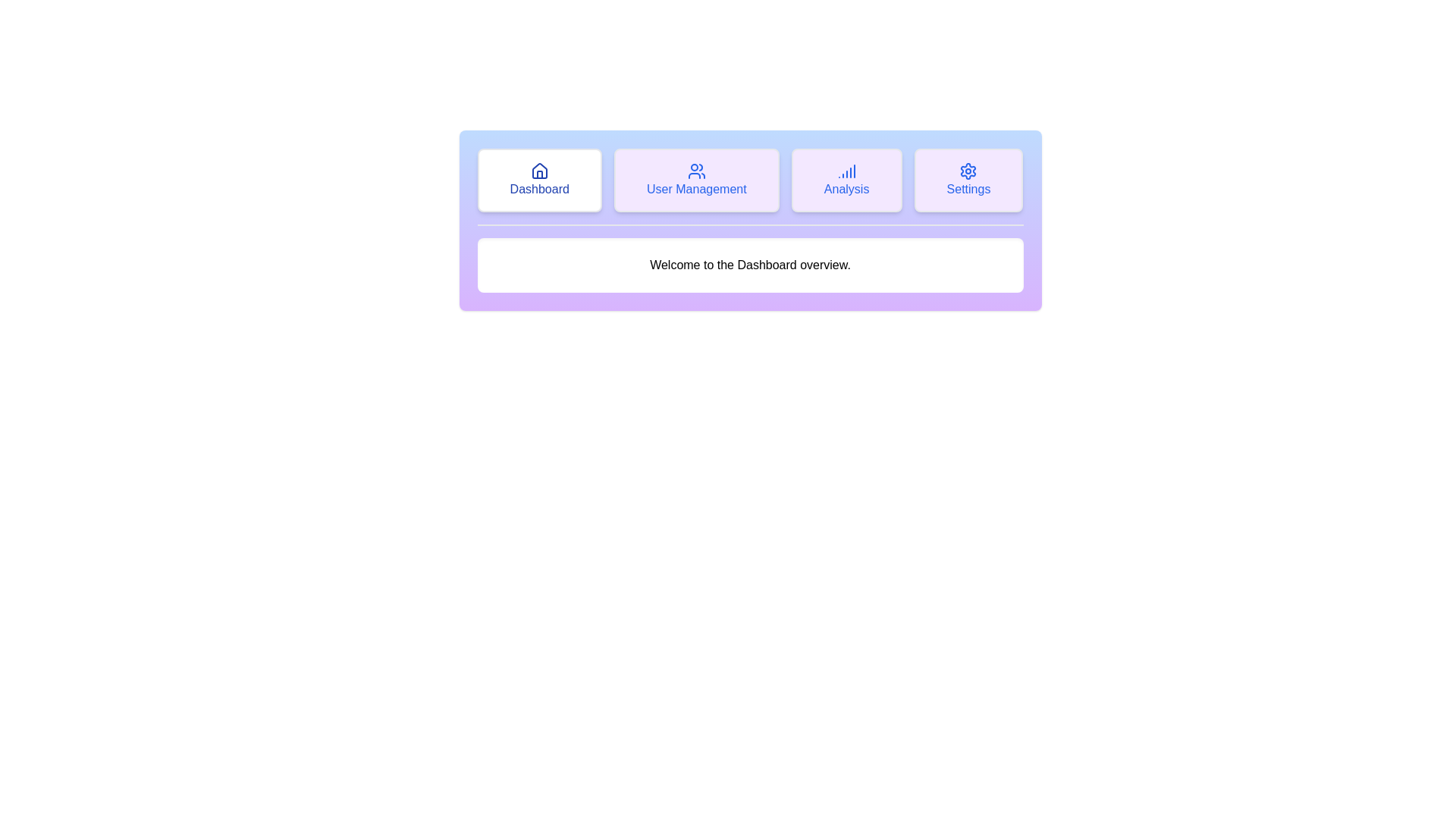 The width and height of the screenshot is (1456, 819). Describe the element at coordinates (539, 171) in the screenshot. I see `the 'Dashboard' icon located above the 'Dashboard' text in the Dashboard section for quick recognition` at that location.